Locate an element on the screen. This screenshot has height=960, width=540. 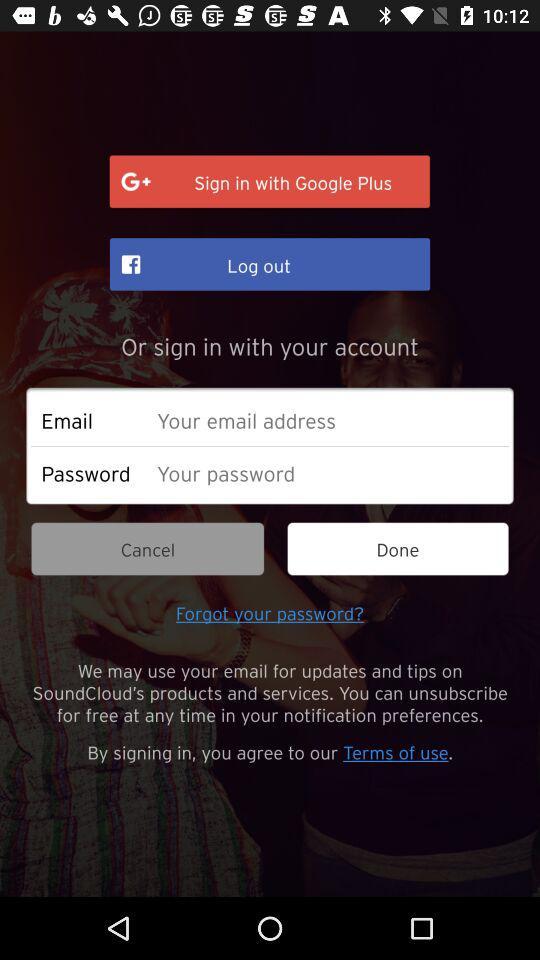
the icon above the forgot your password? is located at coordinates (146, 549).